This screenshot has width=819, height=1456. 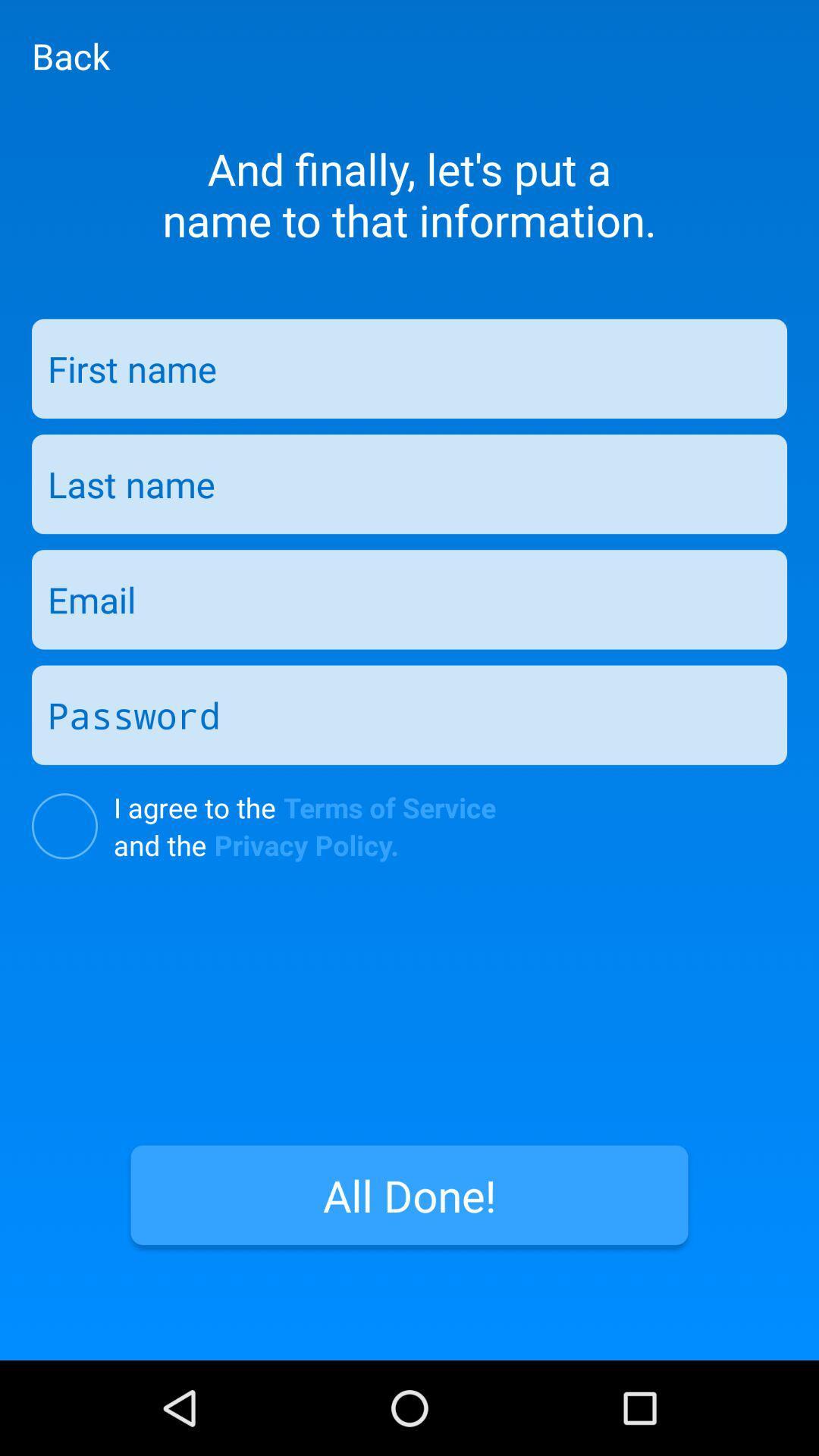 I want to click on agree the condition, so click(x=64, y=825).